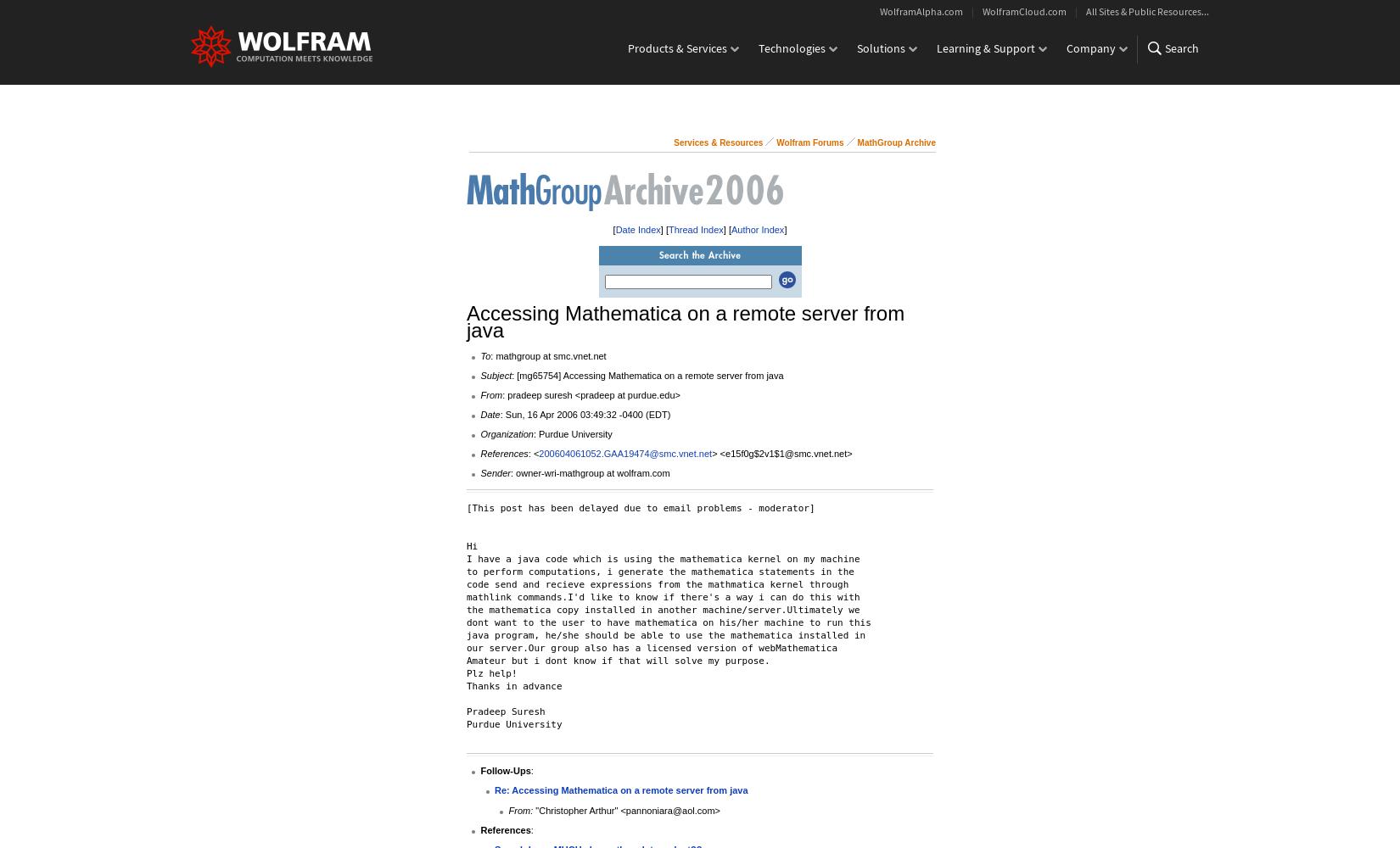 This screenshot has height=848, width=1400. I want to click on '"Christopher Arthur" <pannoniara@aol.com>', so click(625, 809).